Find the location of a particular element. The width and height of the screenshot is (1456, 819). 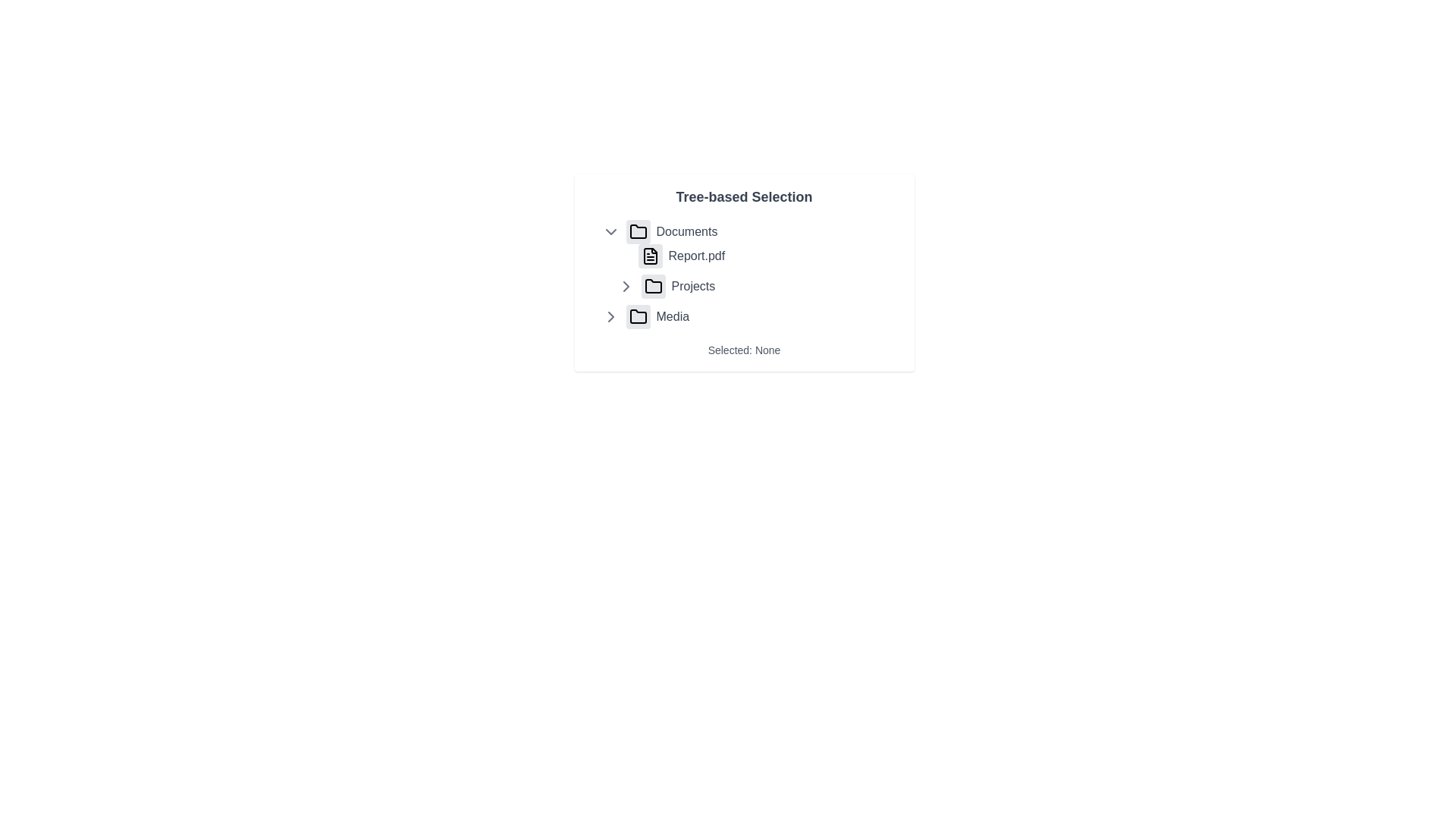

the Icon button with a folder icon located in the 'Projects' row, positioned between the left-chevron icon and the text label 'Projects' is located at coordinates (653, 287).